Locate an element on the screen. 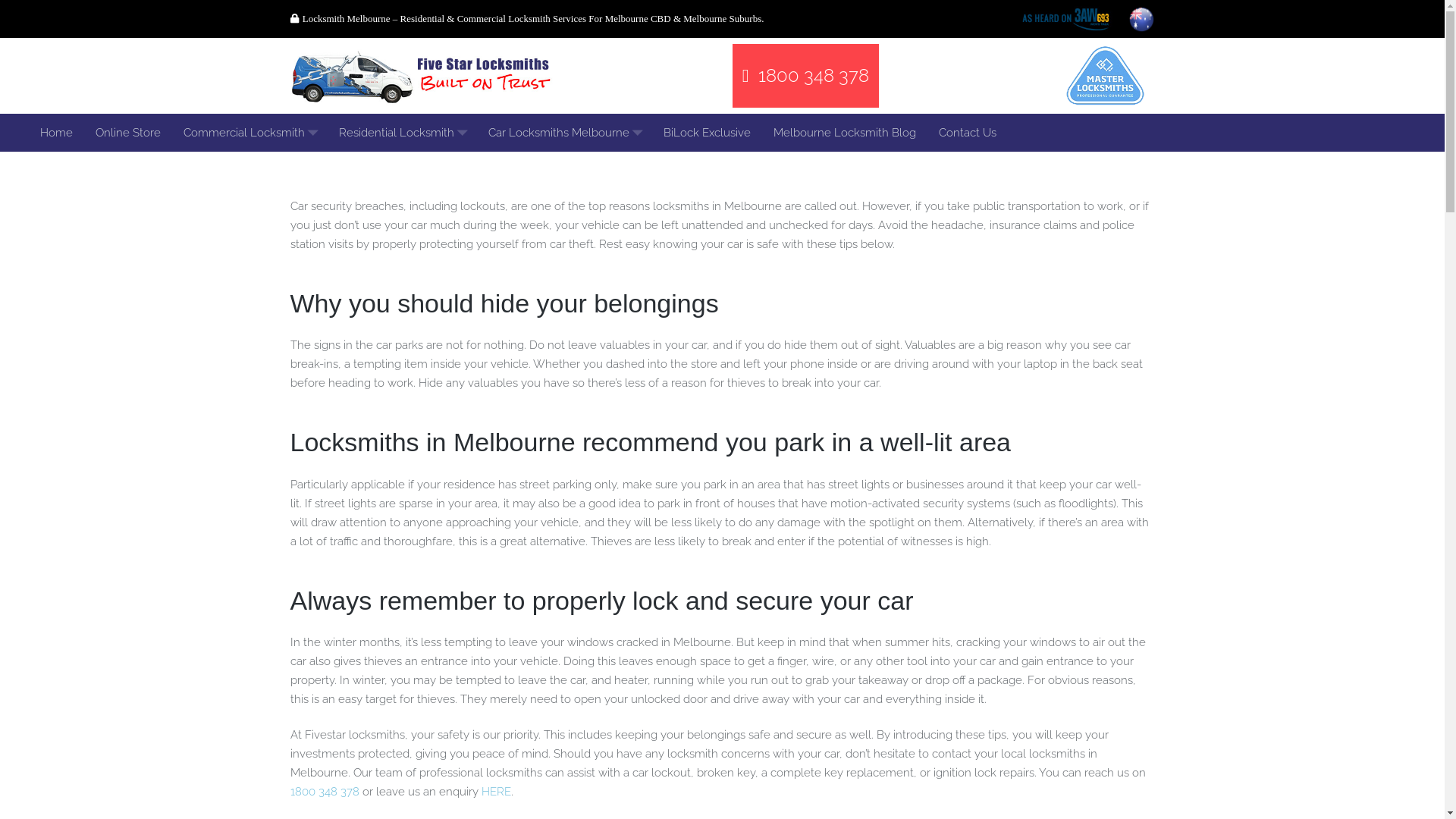 This screenshot has height=819, width=1456. 'Residential Locksmith' is located at coordinates (402, 131).